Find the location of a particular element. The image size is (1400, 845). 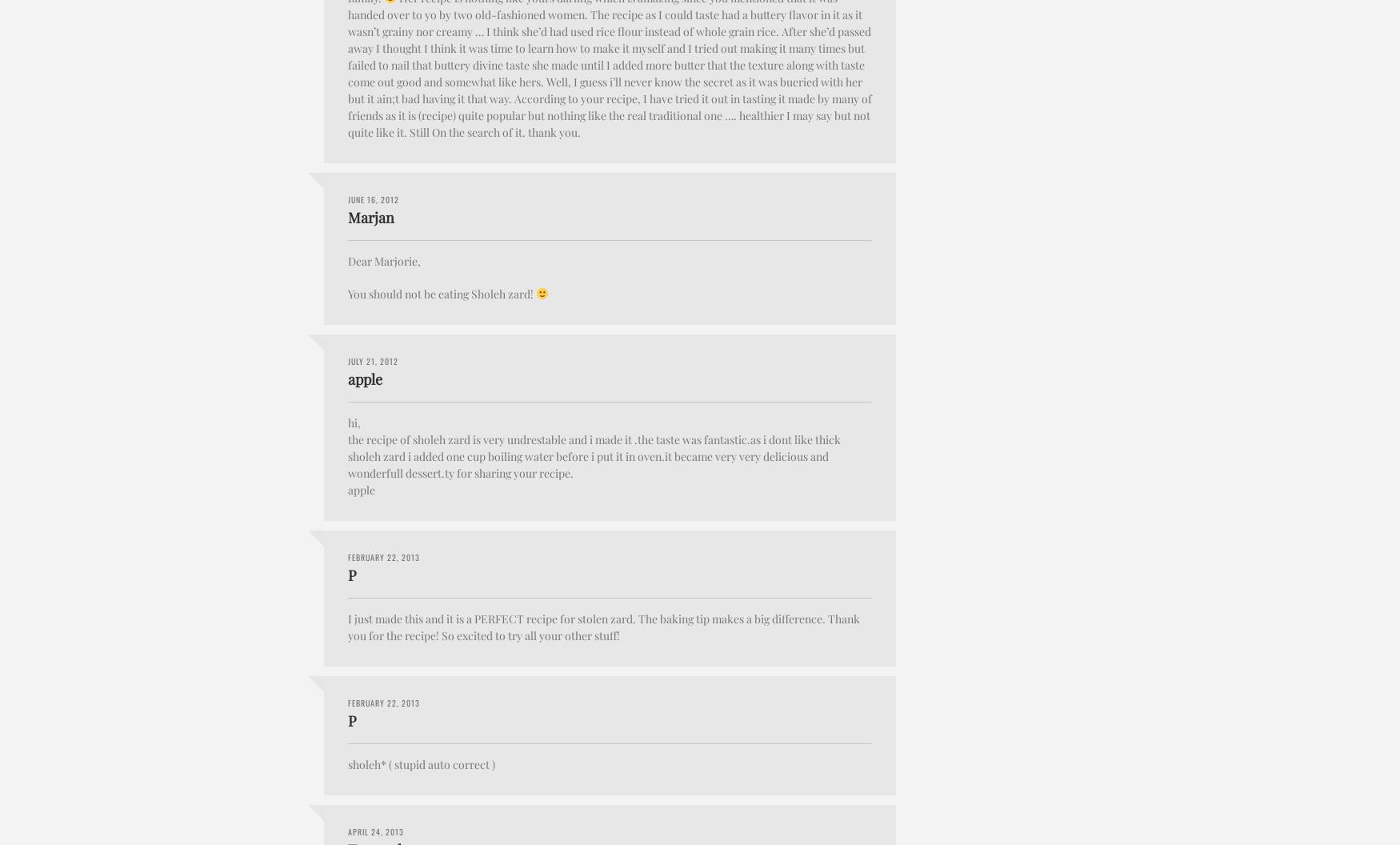

'July 21, 2012' is located at coordinates (373, 360).